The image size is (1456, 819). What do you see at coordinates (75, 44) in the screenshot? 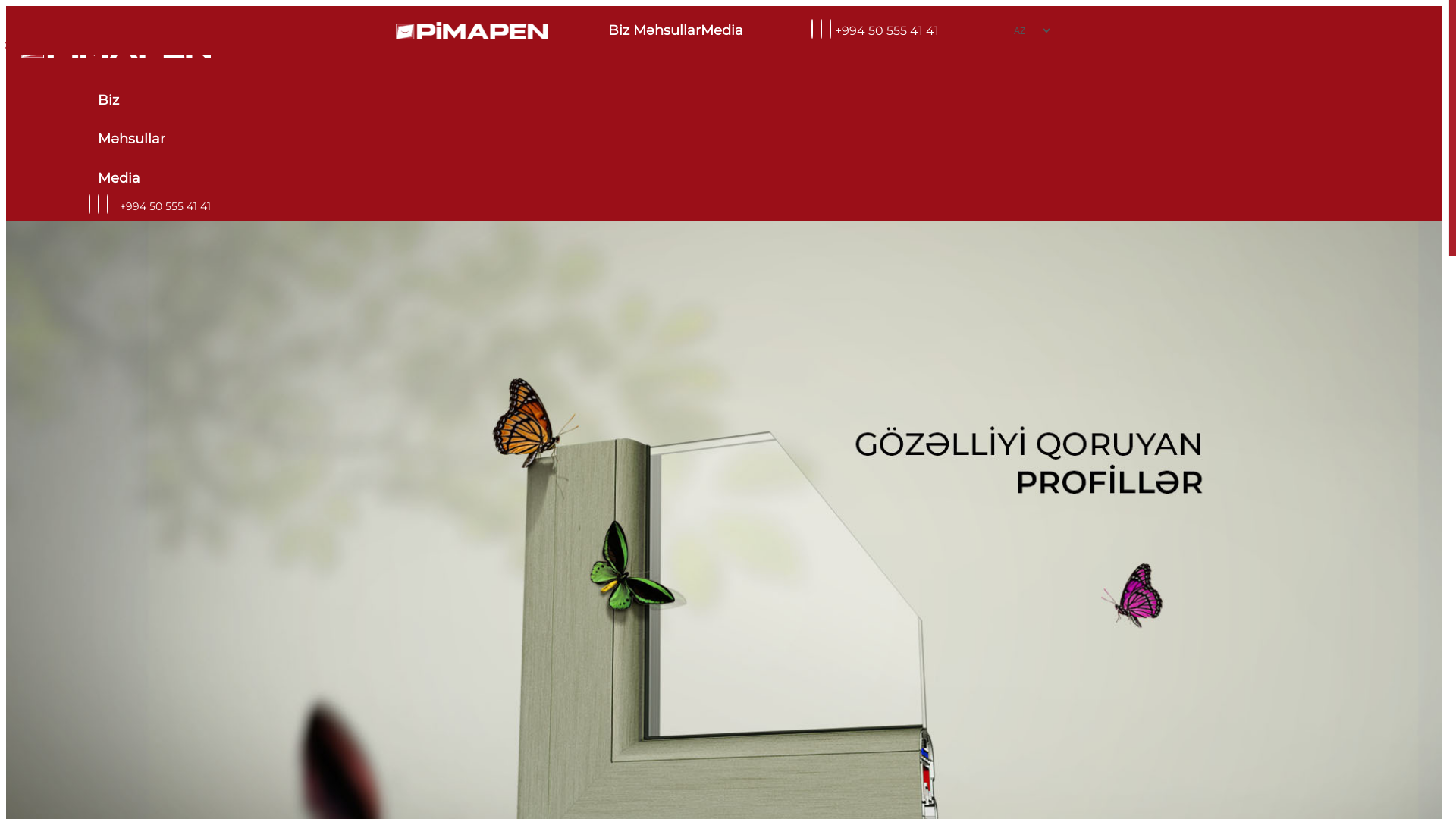
I see `'VIDEO'` at bounding box center [75, 44].